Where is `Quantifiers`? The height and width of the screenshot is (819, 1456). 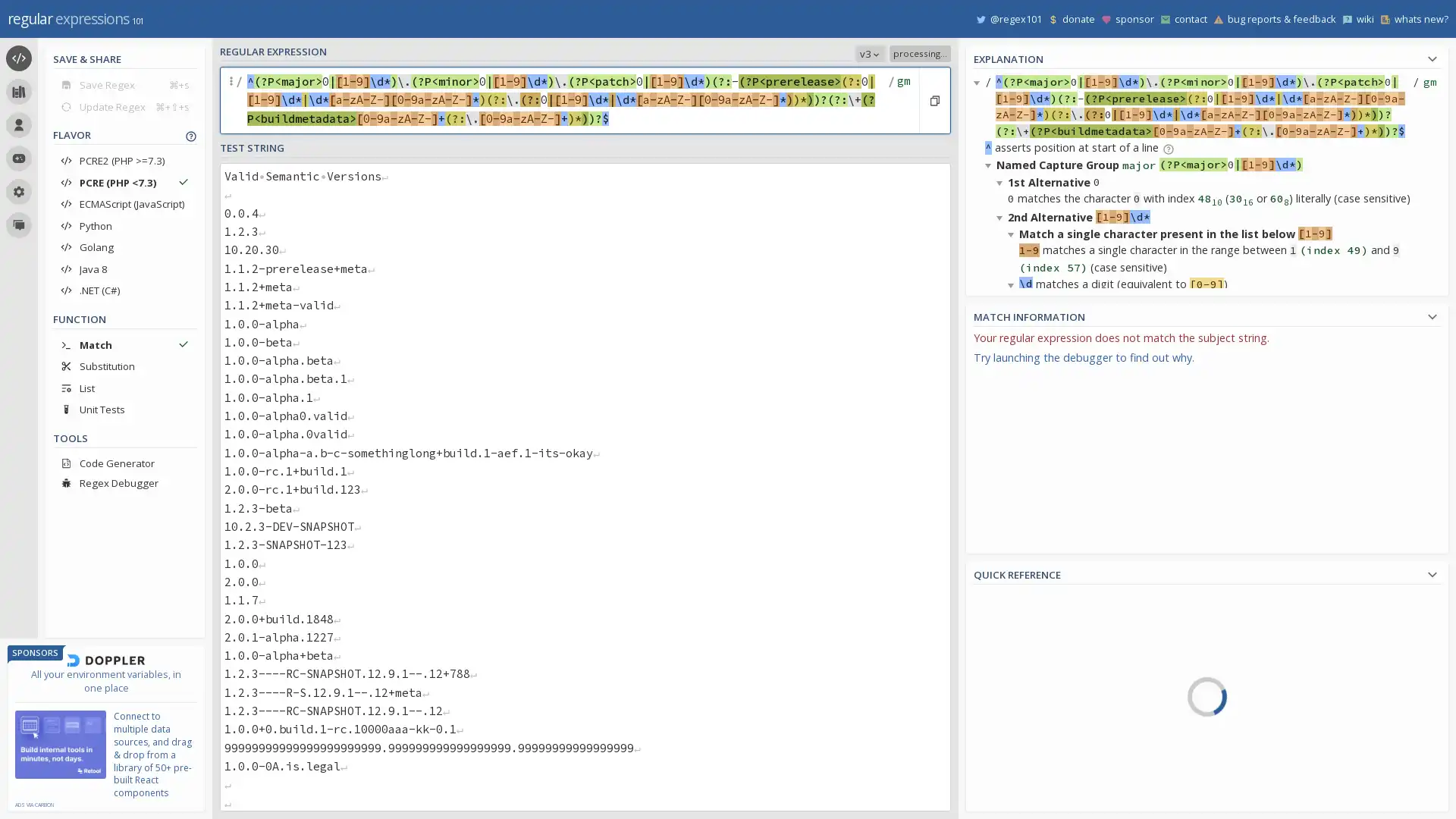 Quantifiers is located at coordinates (1044, 736).